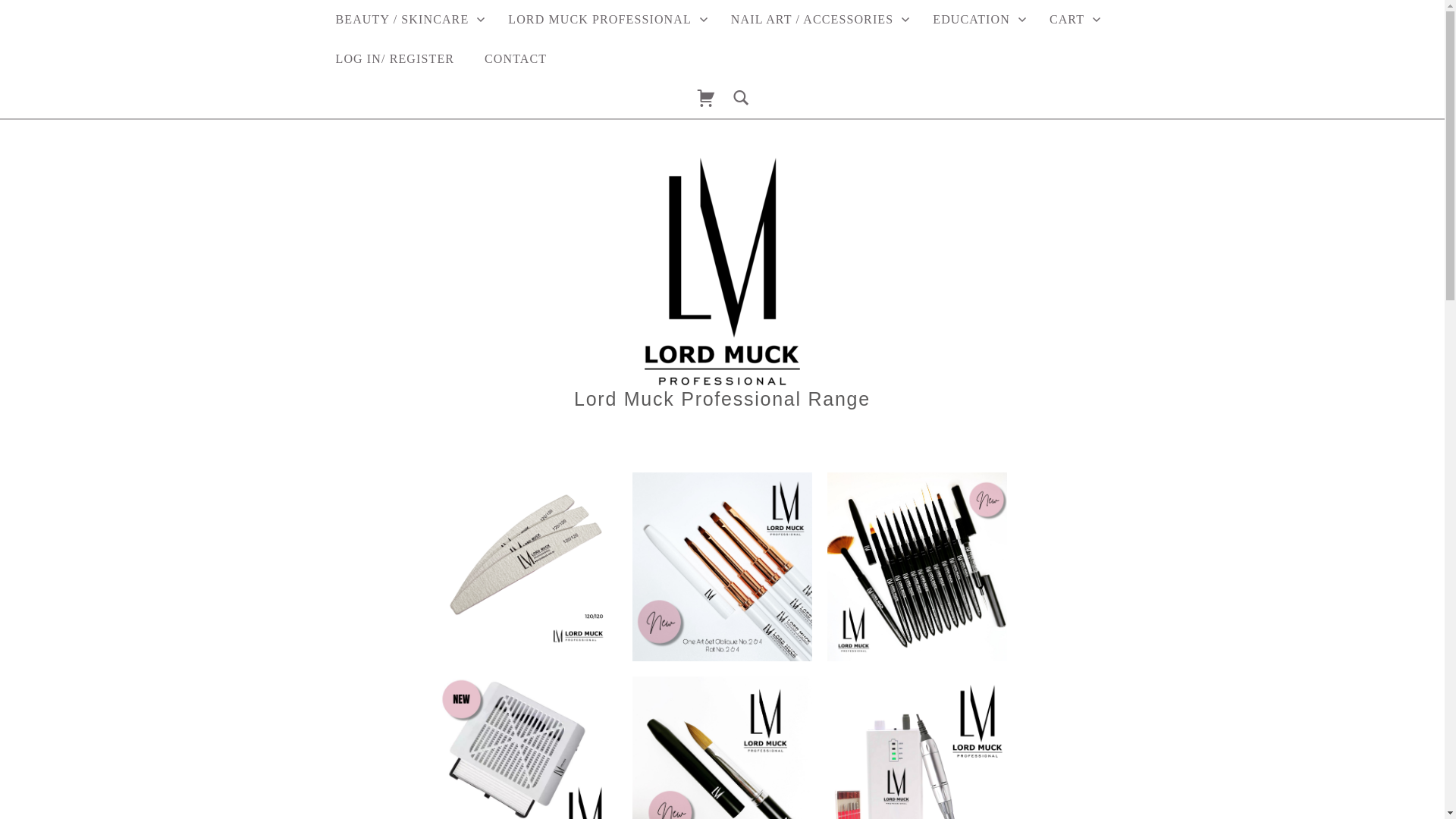  What do you see at coordinates (1070, 20) in the screenshot?
I see `'CART'` at bounding box center [1070, 20].